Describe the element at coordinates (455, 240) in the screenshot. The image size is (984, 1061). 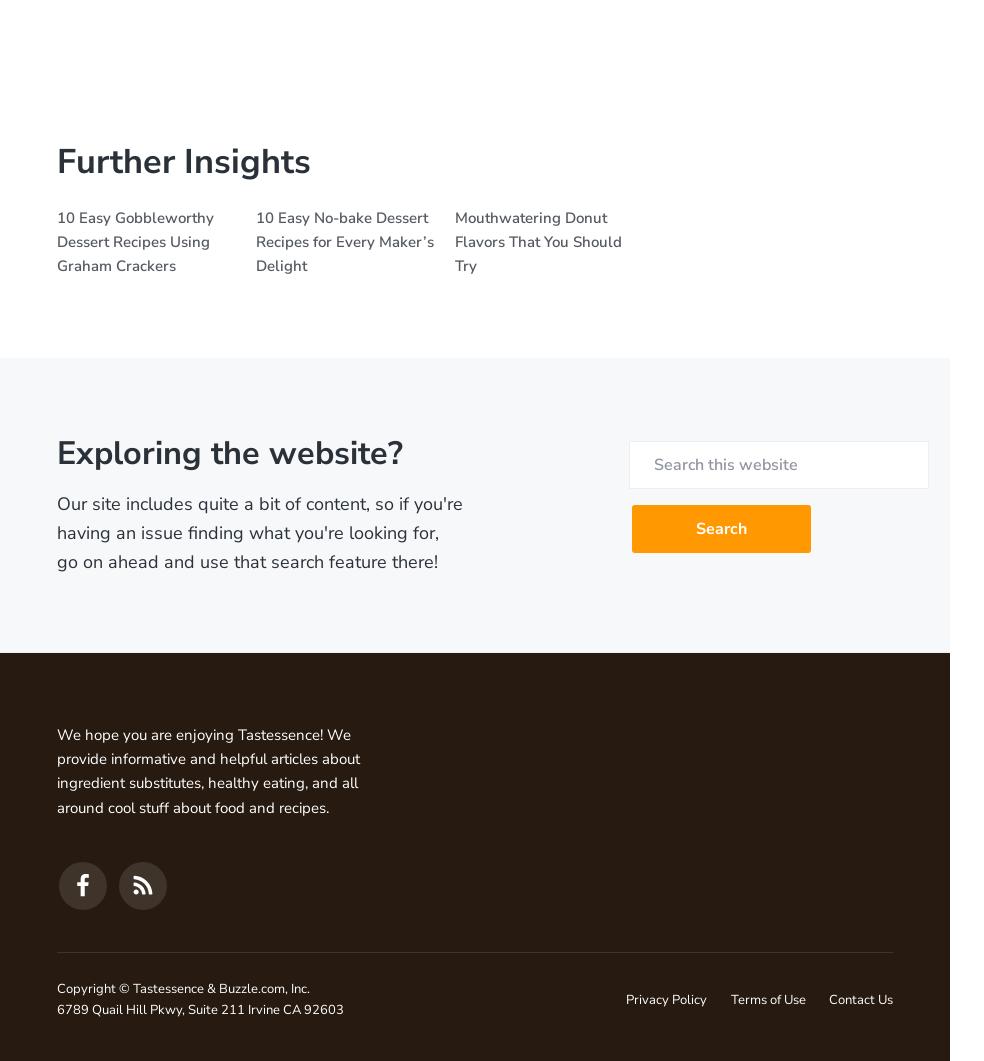
I see `'Mouthwatering Donut Flavors That You Should Try'` at that location.